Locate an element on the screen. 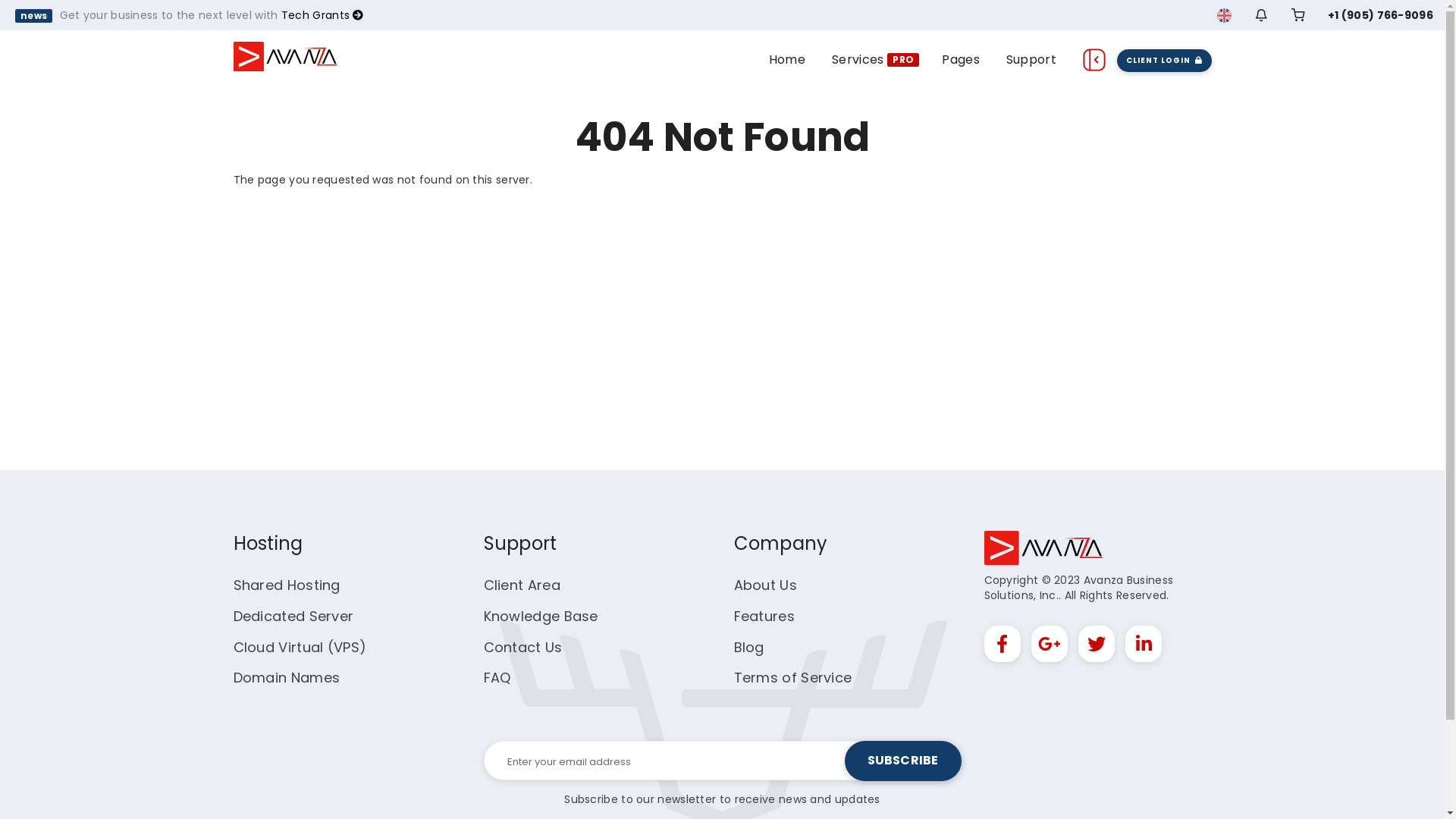  'Dedicated Server' is located at coordinates (293, 616).